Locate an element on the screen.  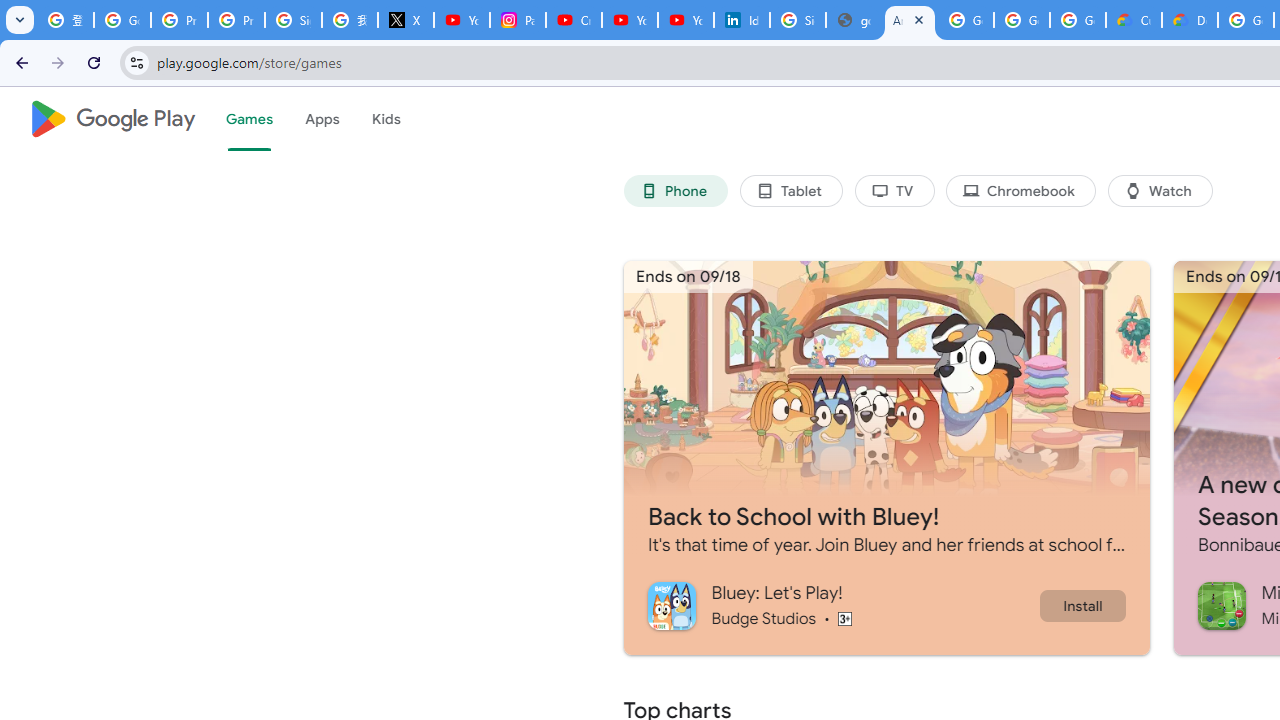
'YouTube Content Monetization Policies - How YouTube Works' is located at coordinates (461, 20).